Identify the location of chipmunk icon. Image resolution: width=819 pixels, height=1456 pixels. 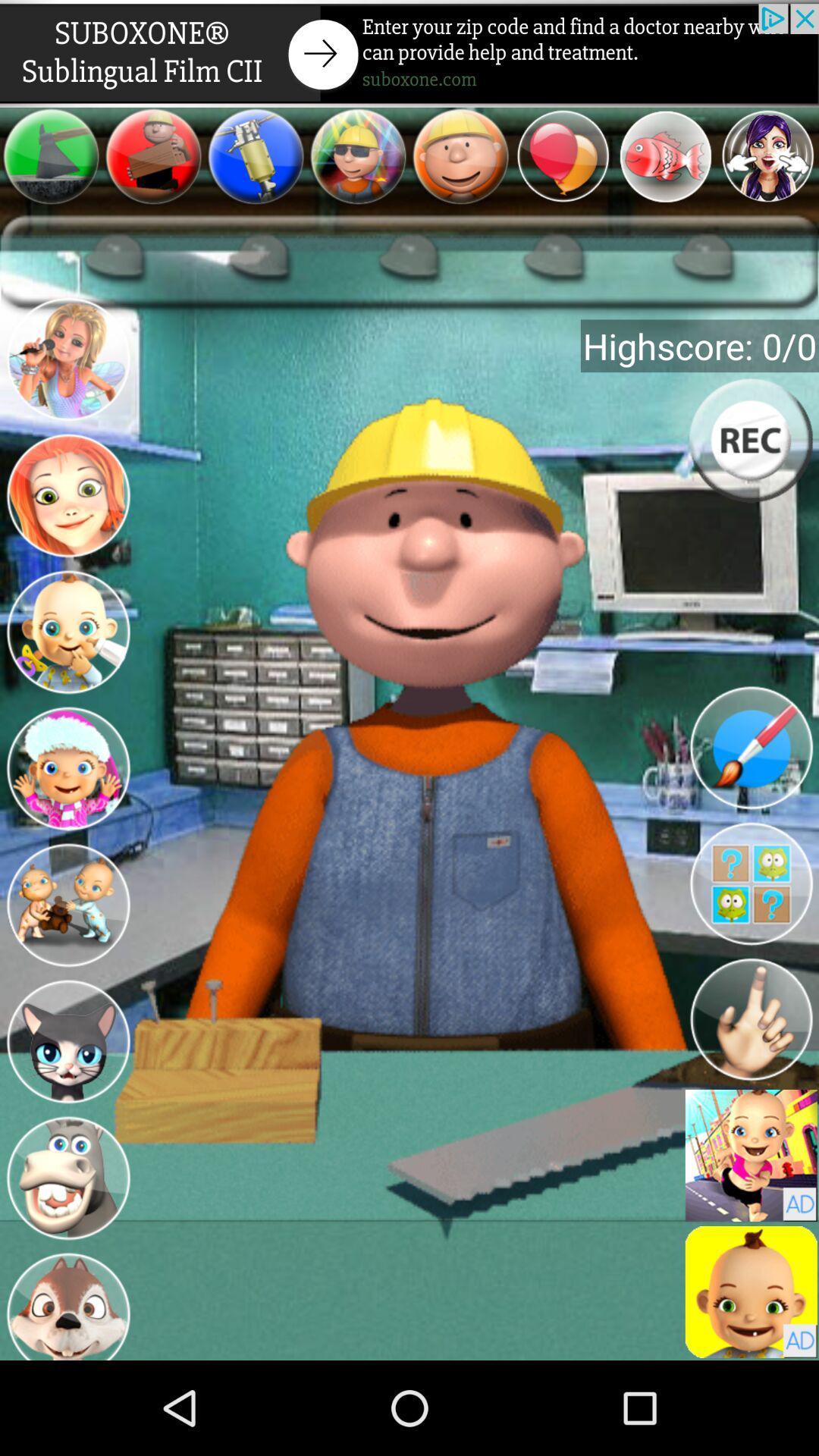
(67, 1302).